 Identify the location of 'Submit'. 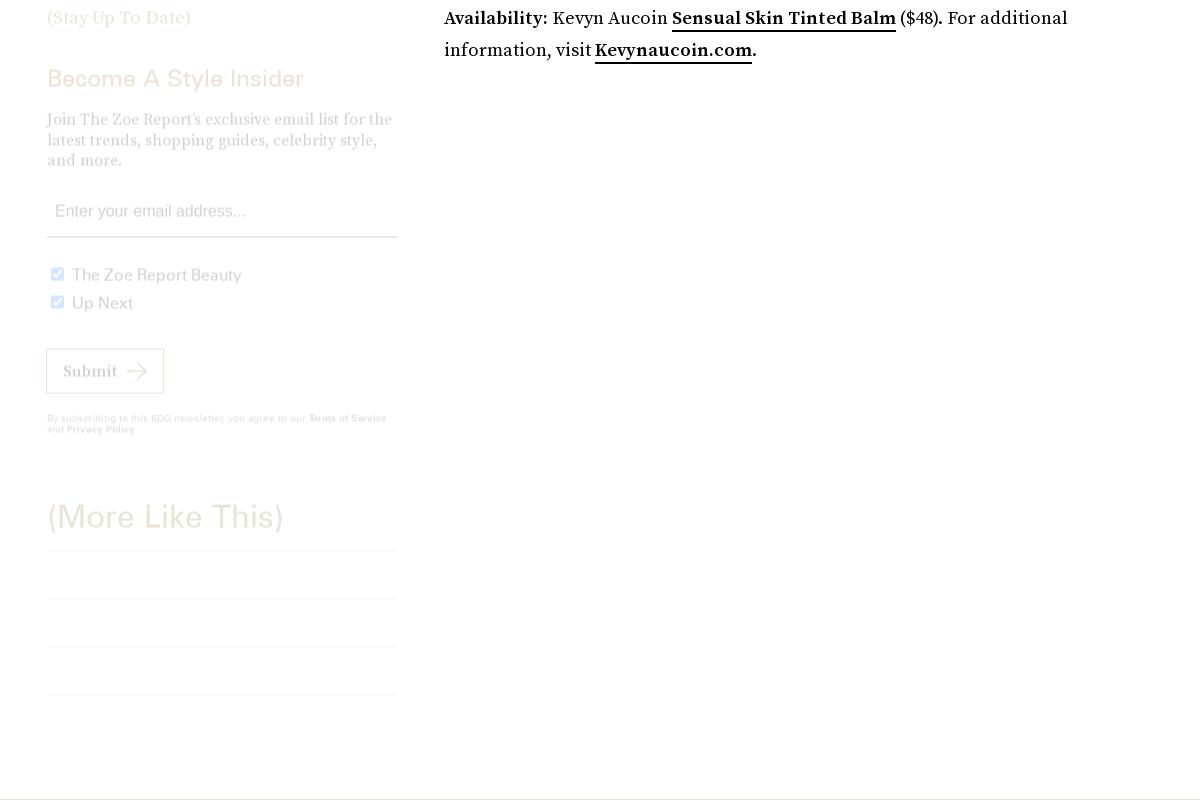
(90, 386).